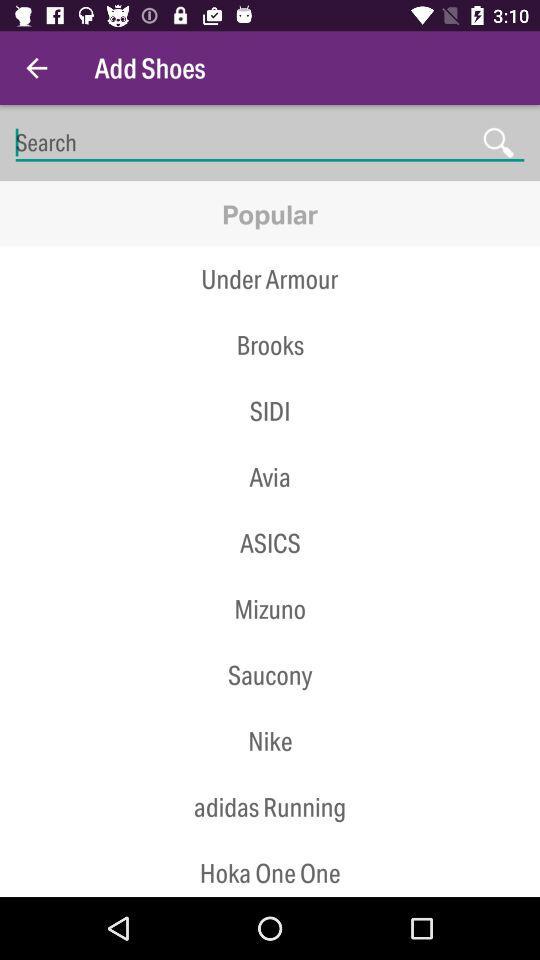  What do you see at coordinates (270, 142) in the screenshot?
I see `search bar` at bounding box center [270, 142].